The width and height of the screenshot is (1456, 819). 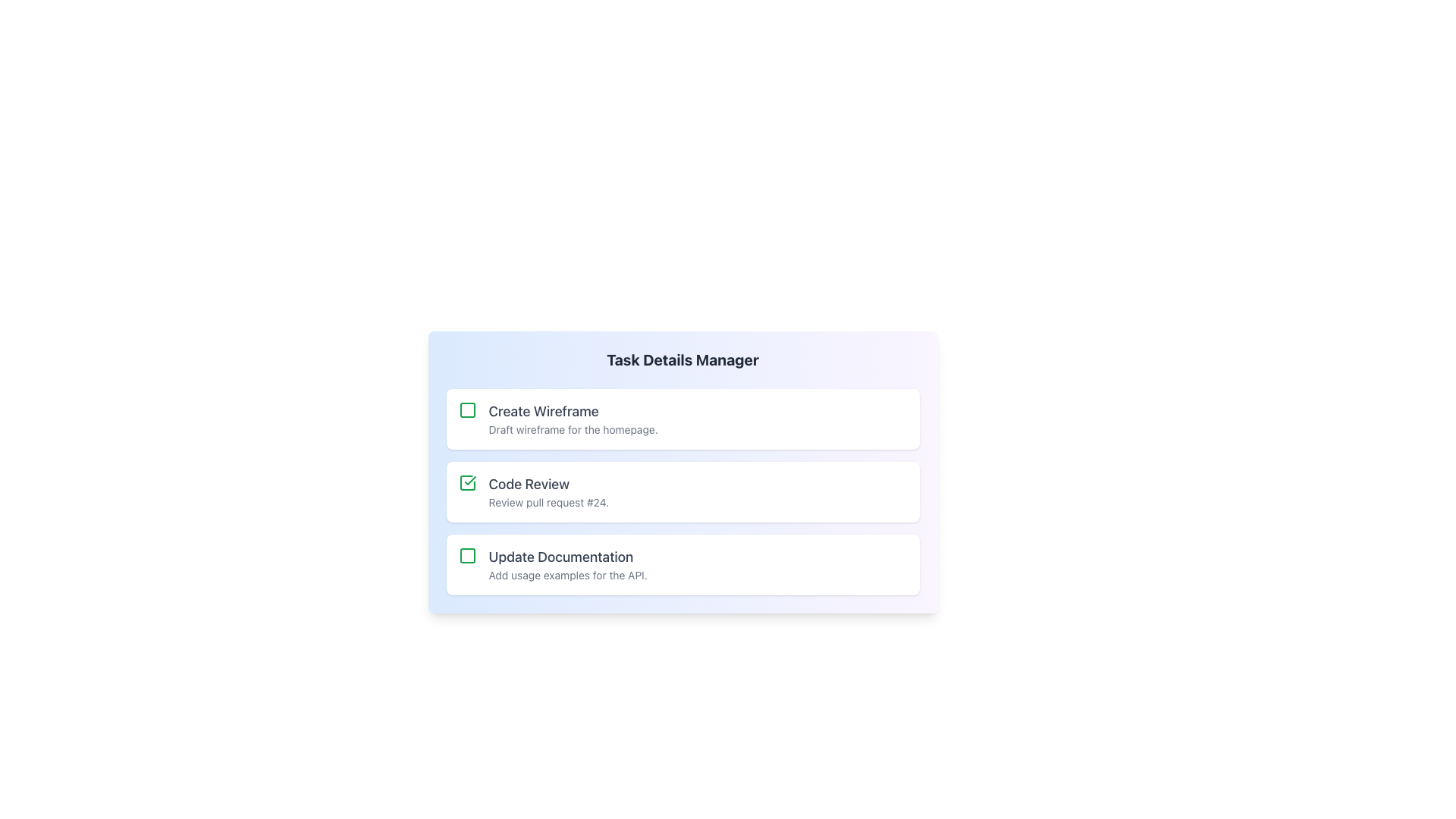 I want to click on the text label displaying 'Create Wireframe', which is the title of the topmost task item in a vertically stacked list, so click(x=573, y=412).